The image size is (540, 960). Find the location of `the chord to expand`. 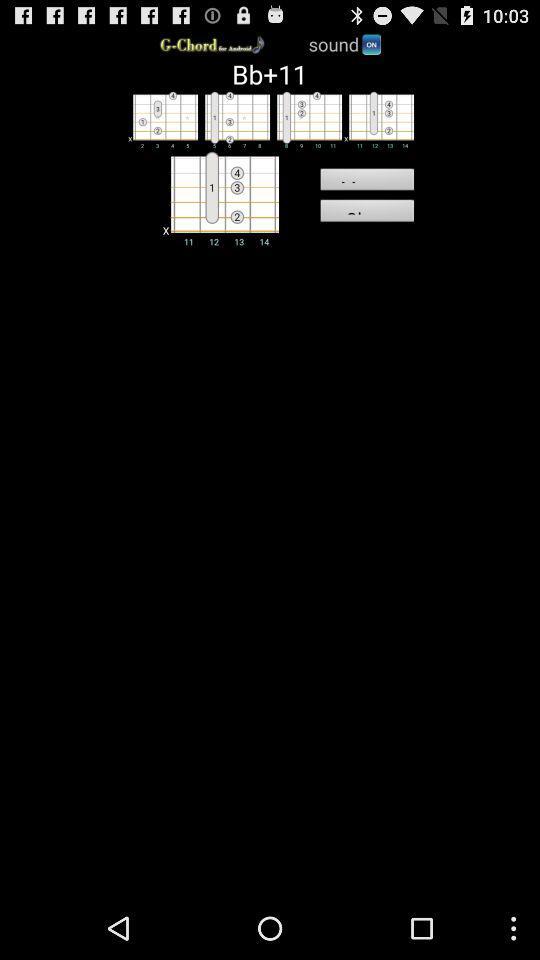

the chord to expand is located at coordinates (217, 197).